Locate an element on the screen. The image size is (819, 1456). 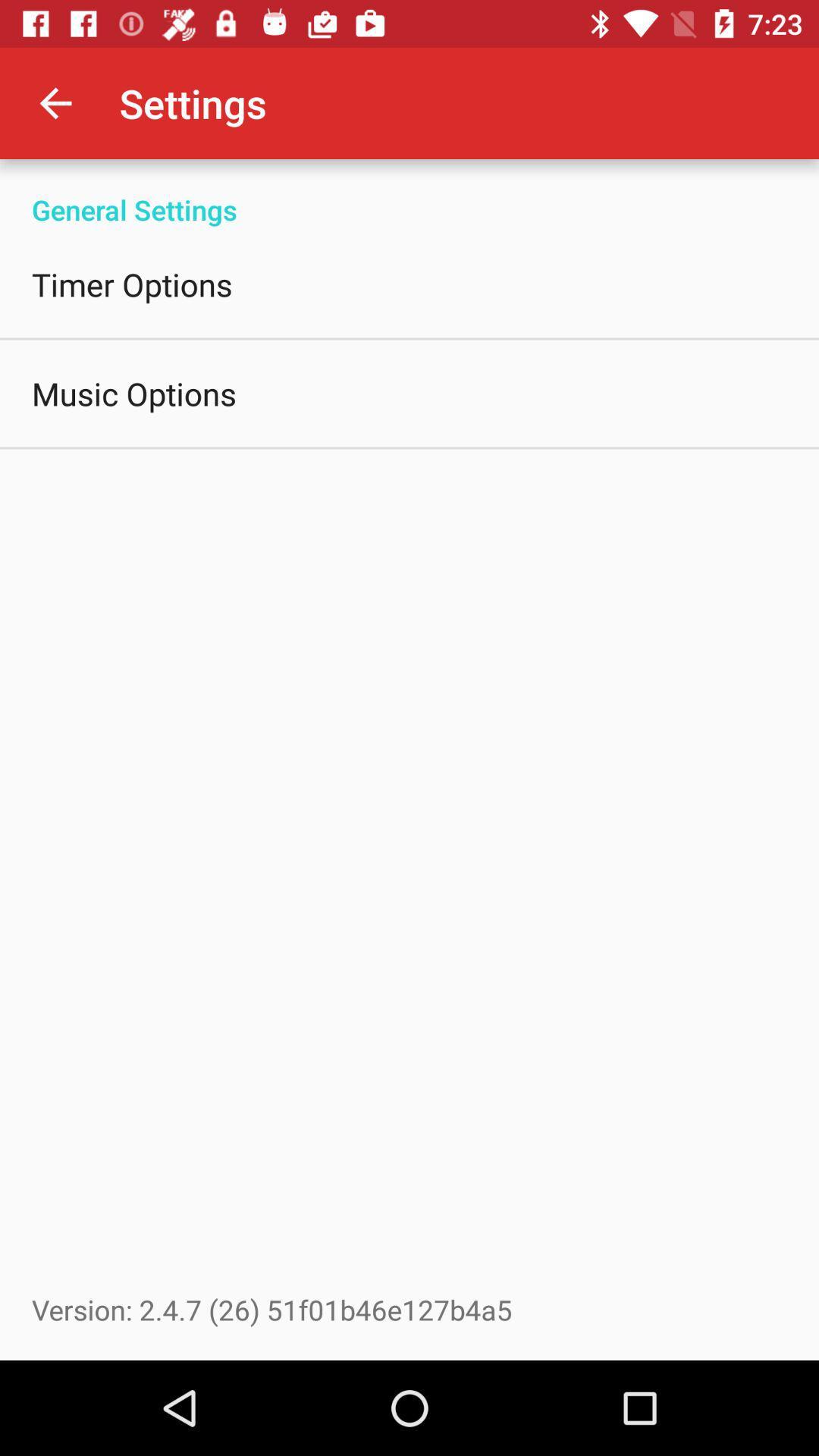
app next to settings is located at coordinates (55, 102).